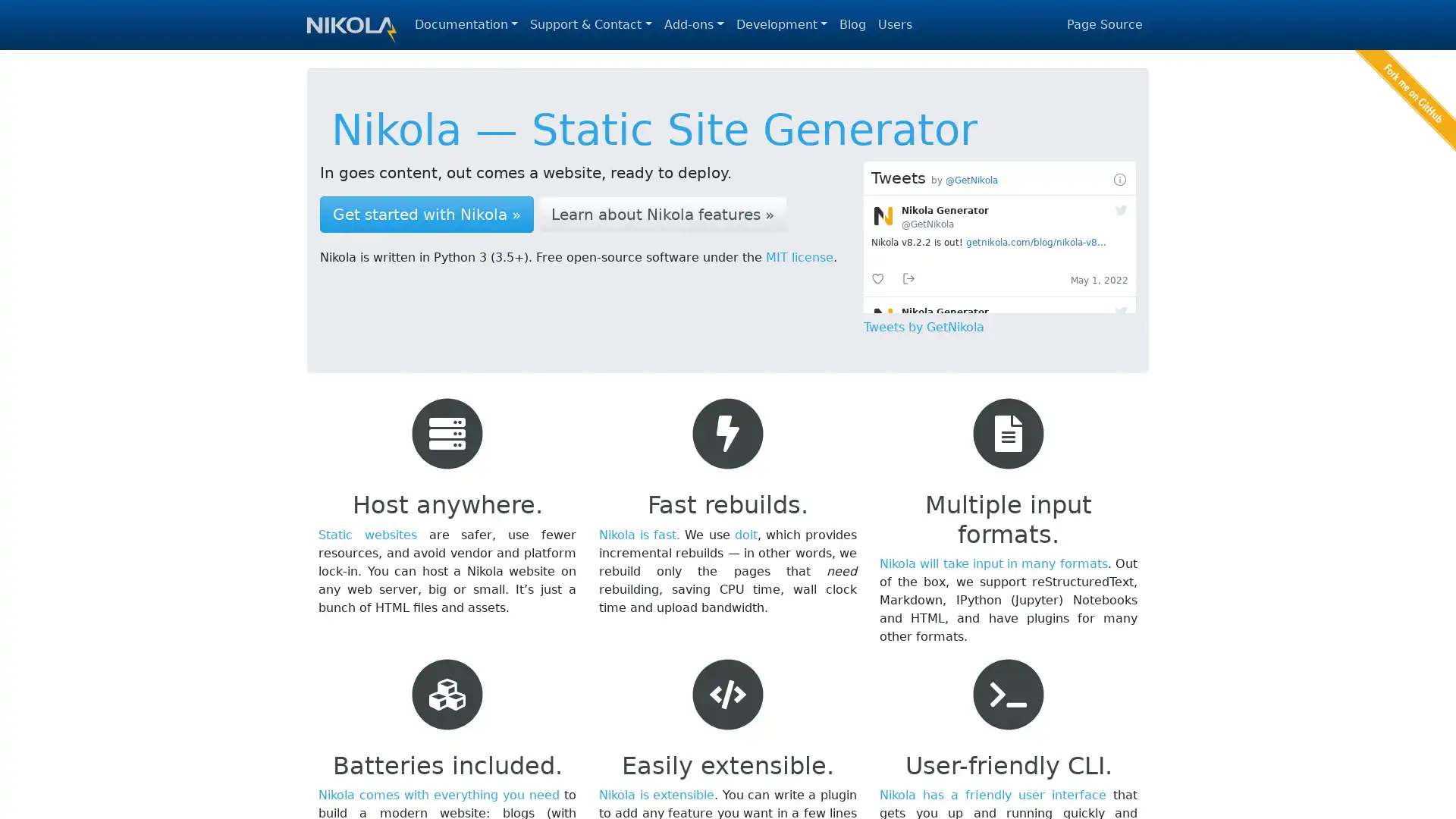  Describe the element at coordinates (425, 214) in the screenshot. I see `Get started with Nikola` at that location.